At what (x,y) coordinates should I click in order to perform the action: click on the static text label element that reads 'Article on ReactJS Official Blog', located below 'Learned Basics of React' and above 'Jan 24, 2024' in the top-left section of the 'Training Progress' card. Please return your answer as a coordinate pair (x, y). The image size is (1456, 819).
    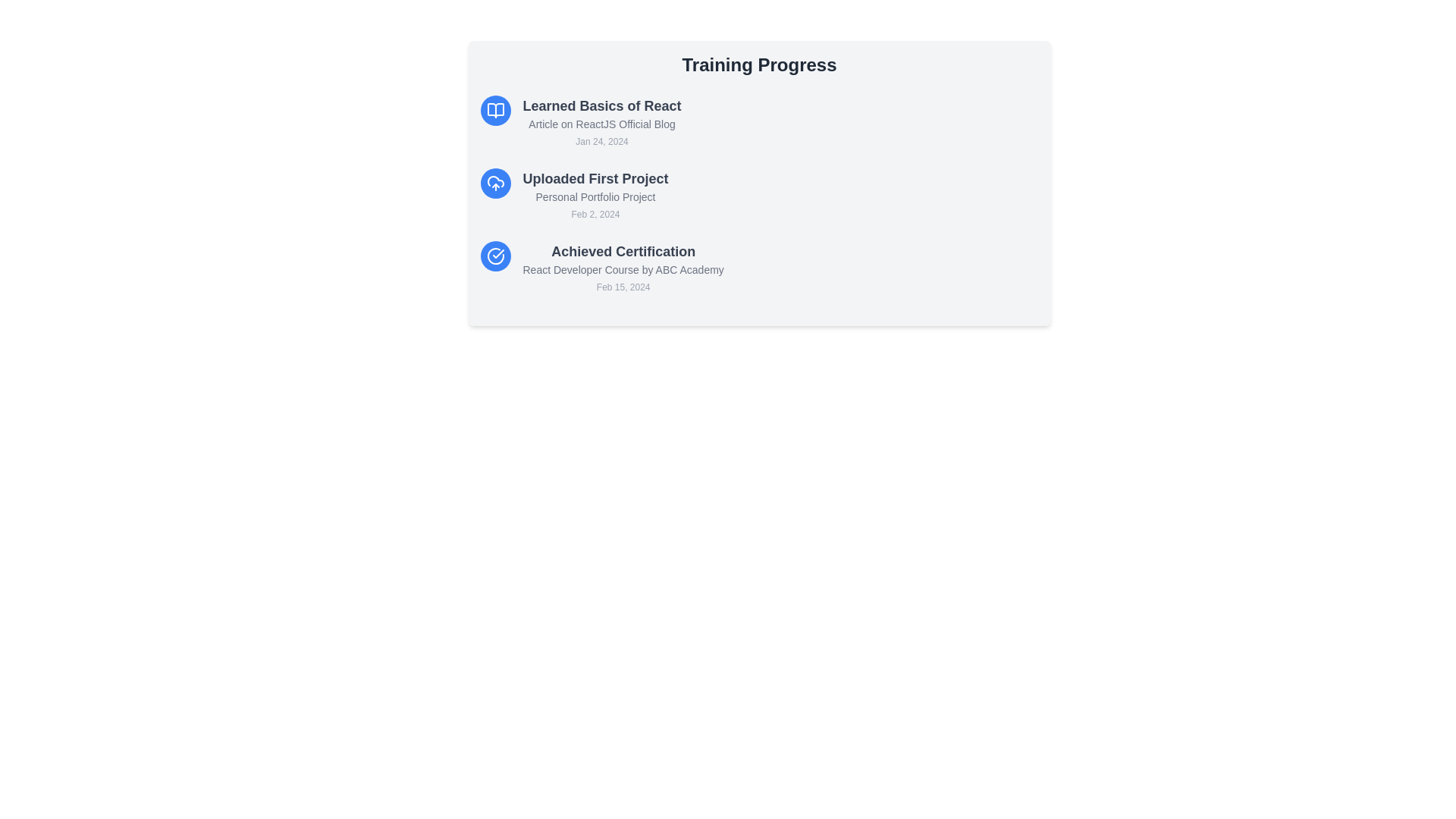
    Looking at the image, I should click on (601, 124).